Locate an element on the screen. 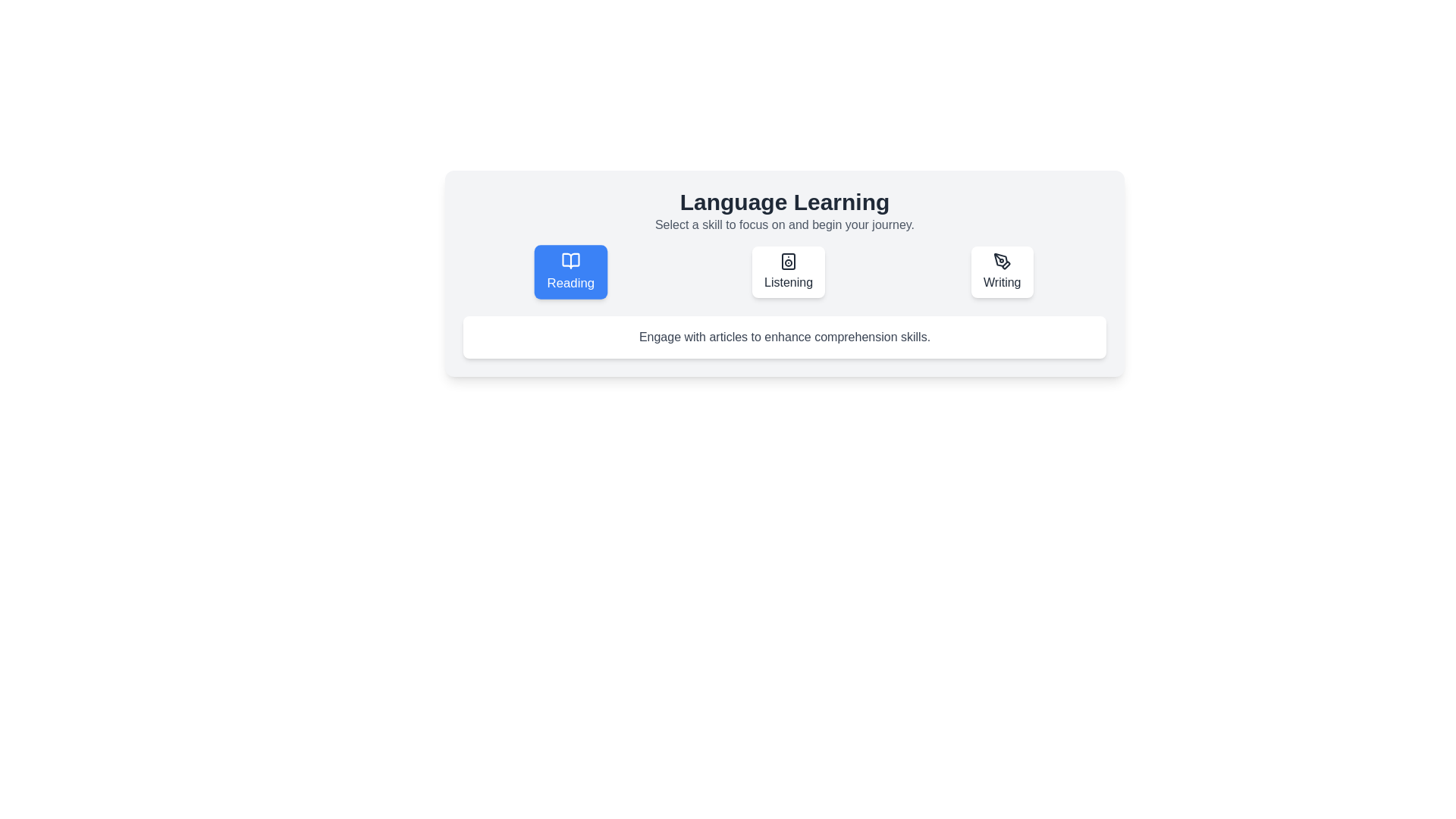  the small black pen tool icon located at the top of the 'Writing' button group, which has a minimalistic and modern design is located at coordinates (1002, 260).